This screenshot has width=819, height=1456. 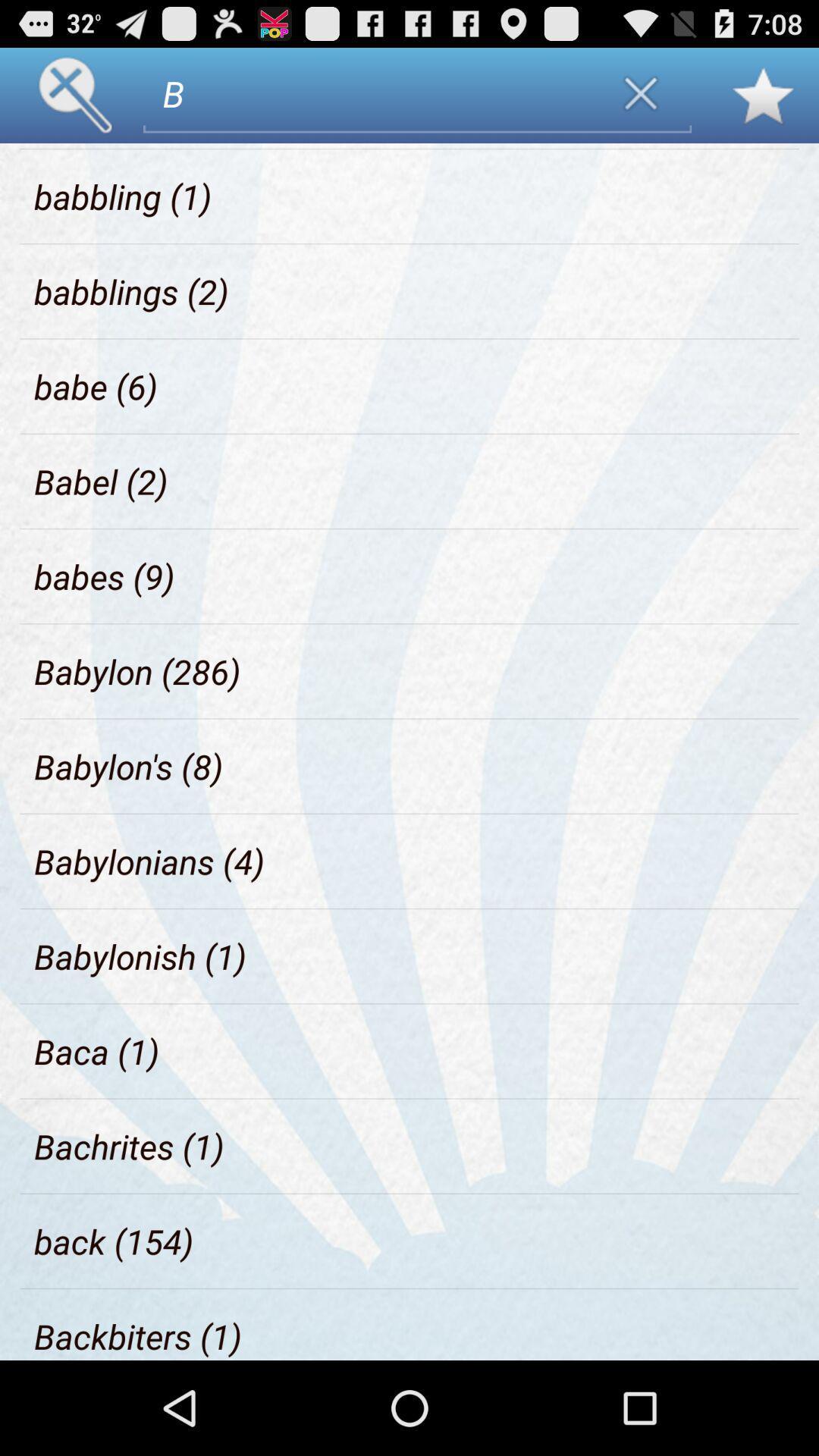 I want to click on icon next to the b icon, so click(x=108, y=146).